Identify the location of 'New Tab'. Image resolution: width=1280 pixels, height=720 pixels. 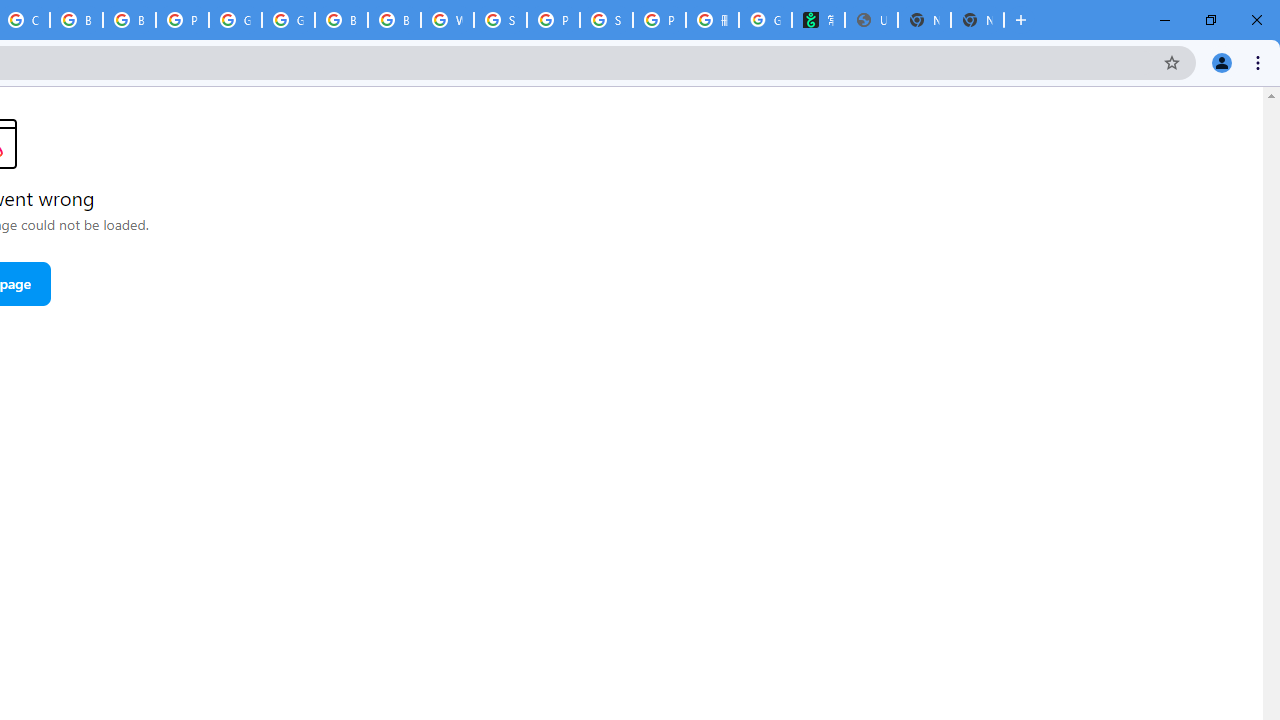
(977, 20).